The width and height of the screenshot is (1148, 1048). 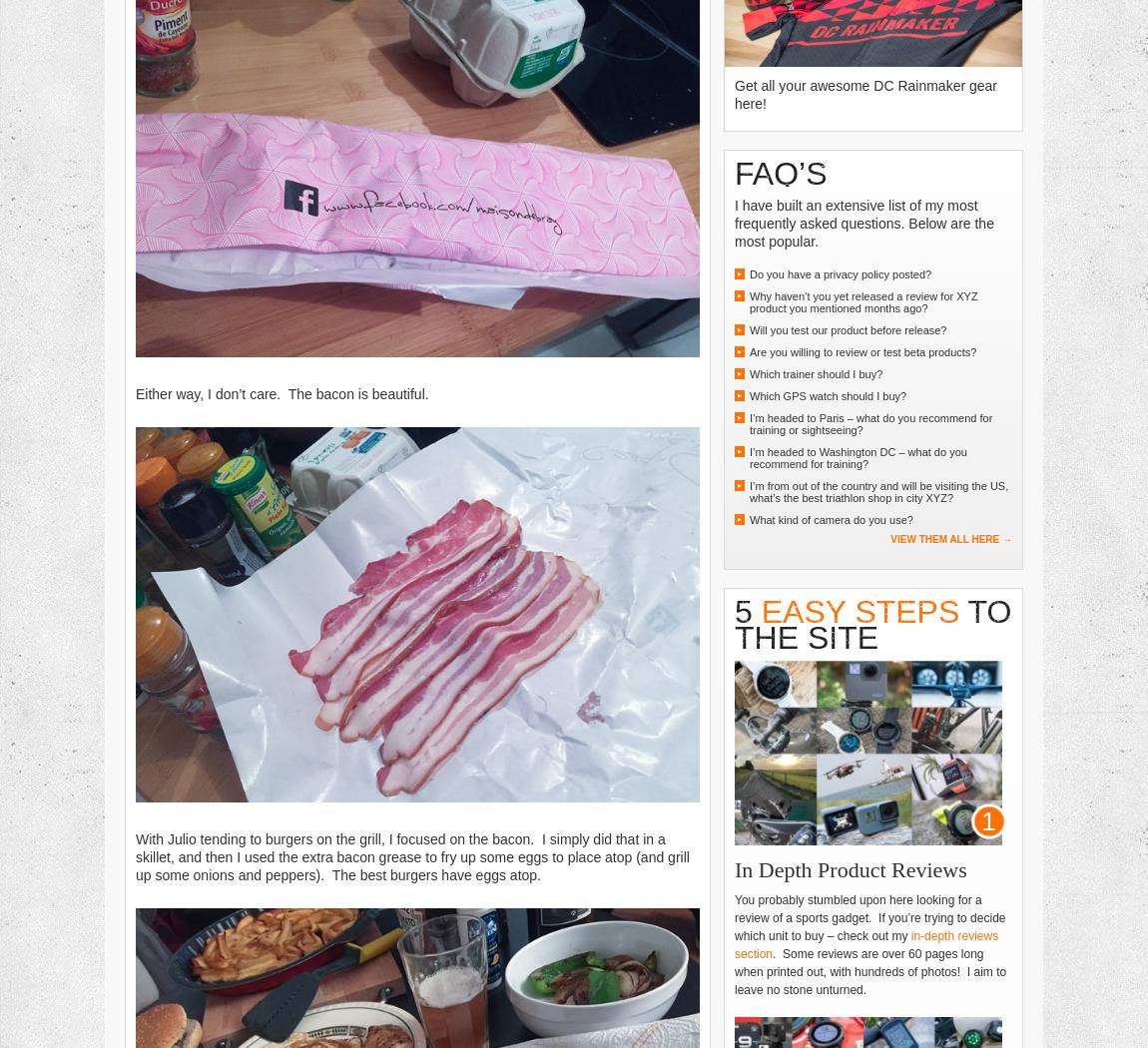 I want to click on 'View Them All Here →', so click(x=951, y=538).